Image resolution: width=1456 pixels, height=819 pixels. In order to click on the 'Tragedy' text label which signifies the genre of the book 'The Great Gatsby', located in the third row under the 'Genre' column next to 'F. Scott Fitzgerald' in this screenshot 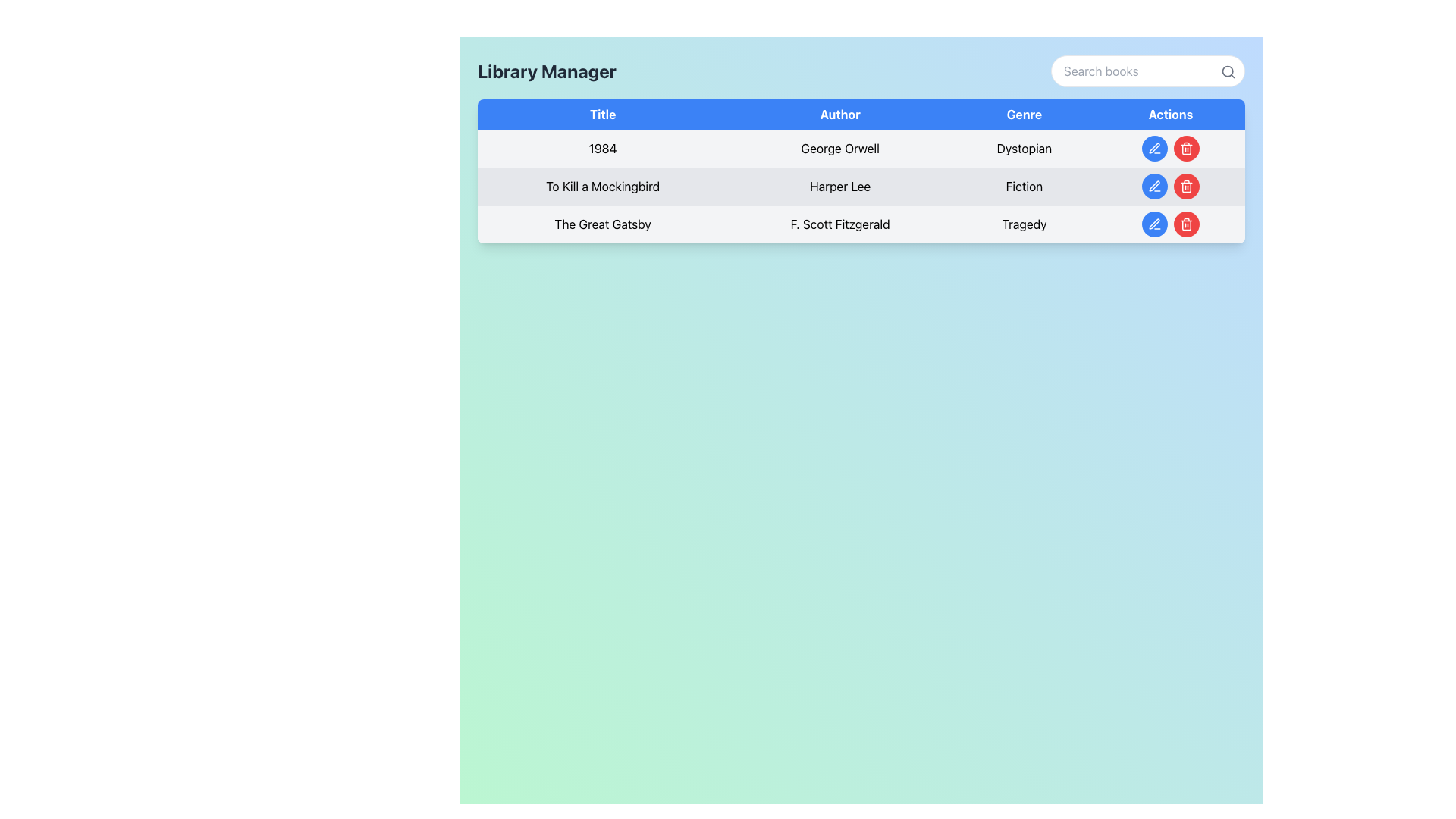, I will do `click(1024, 224)`.